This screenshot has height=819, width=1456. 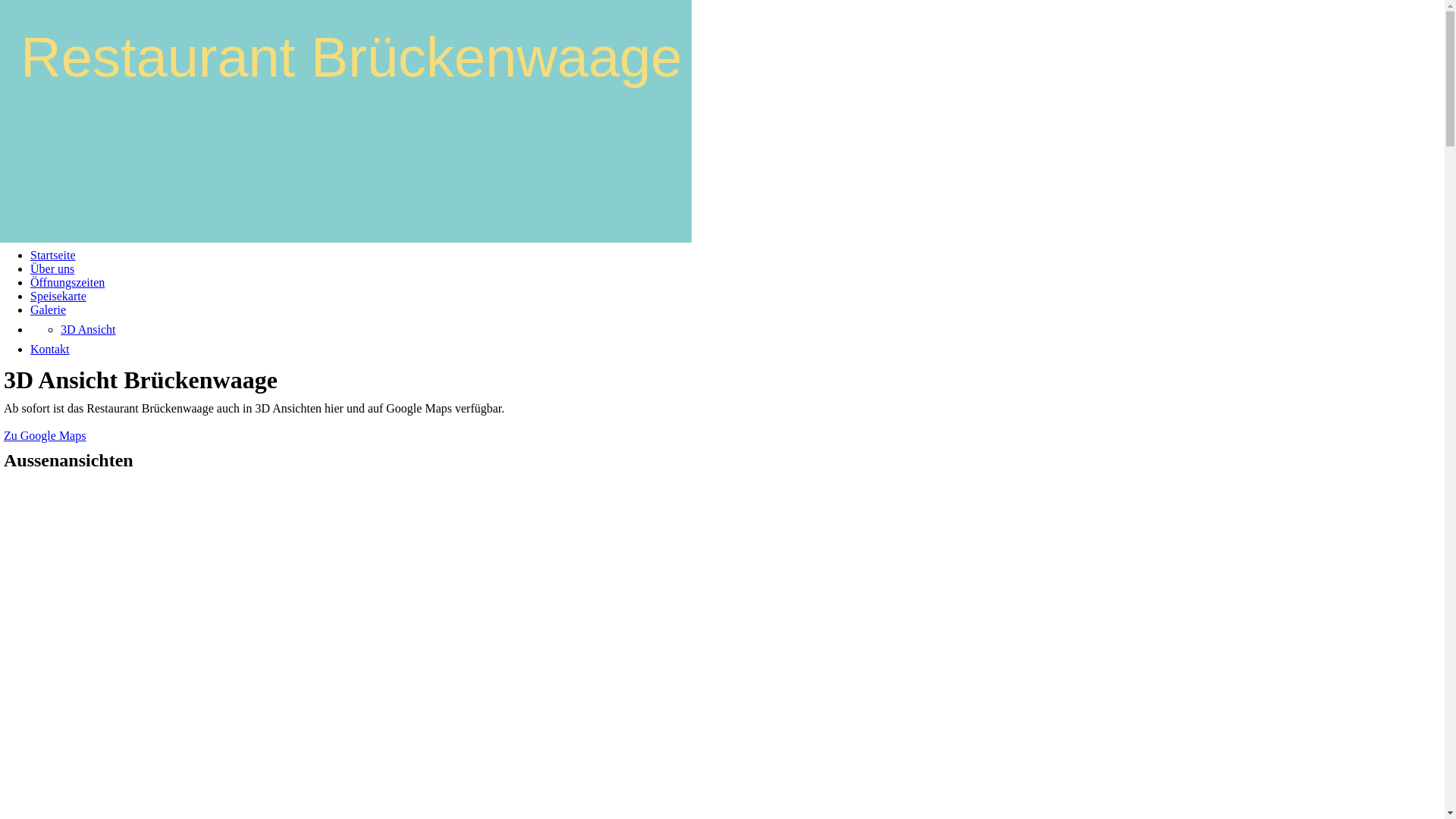 I want to click on 'Kontakt', so click(x=30, y=349).